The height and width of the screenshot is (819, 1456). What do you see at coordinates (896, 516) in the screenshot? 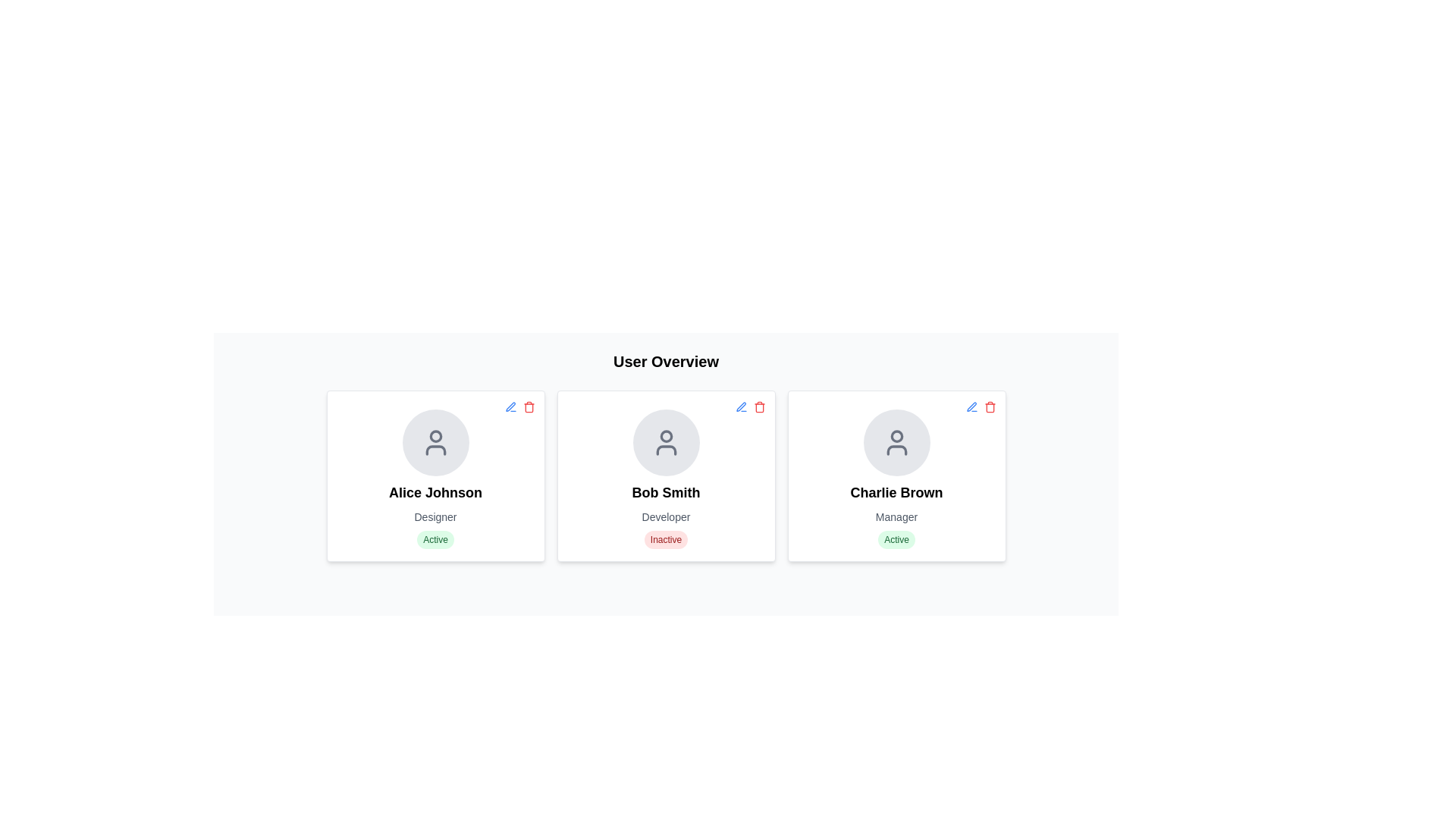
I see `the 'Manager' text label in Charlie Brown's profile card` at bounding box center [896, 516].